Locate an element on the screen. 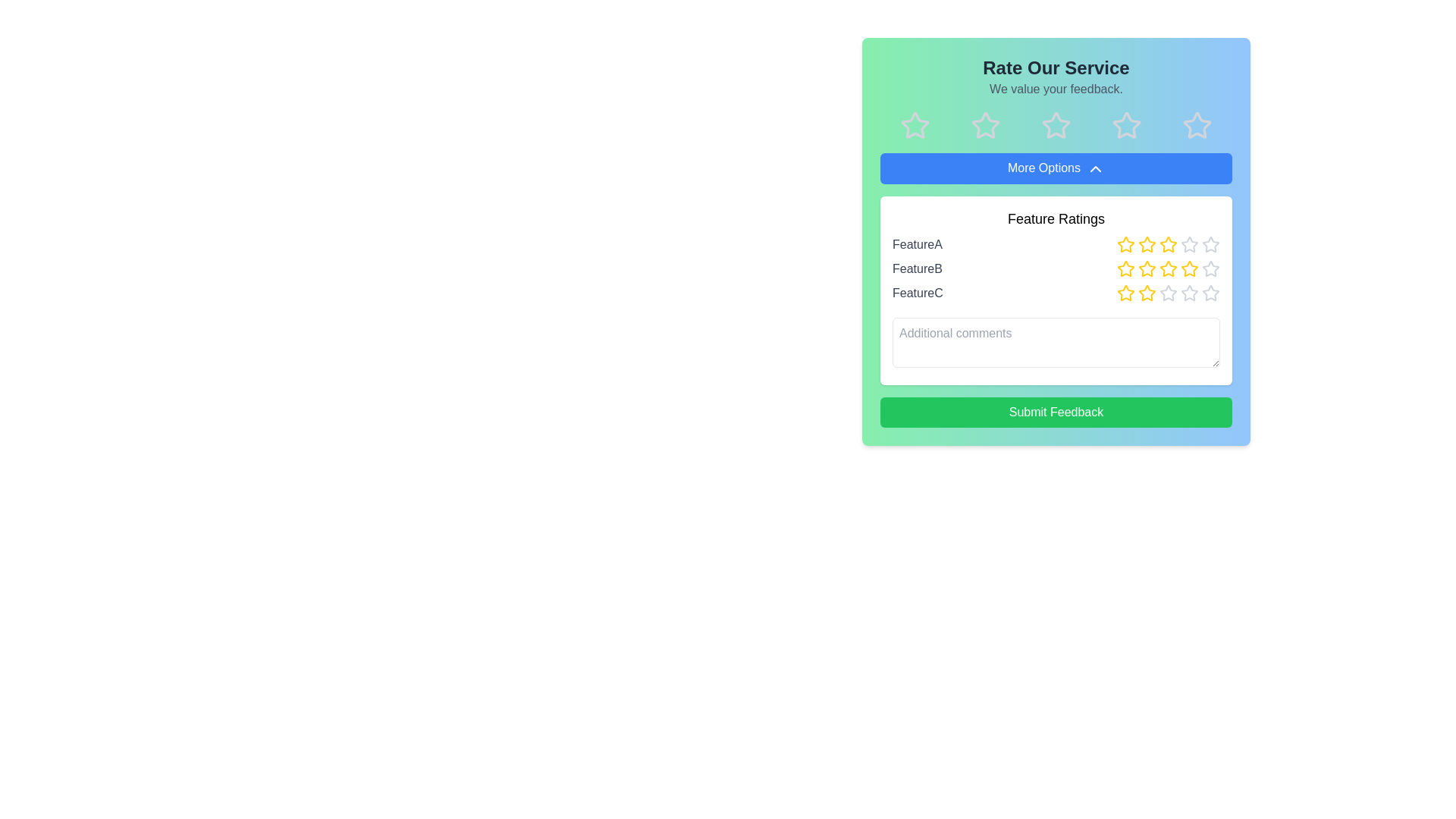 This screenshot has height=819, width=1456. the chevron SVG icon within the 'More Options' button is located at coordinates (1095, 168).